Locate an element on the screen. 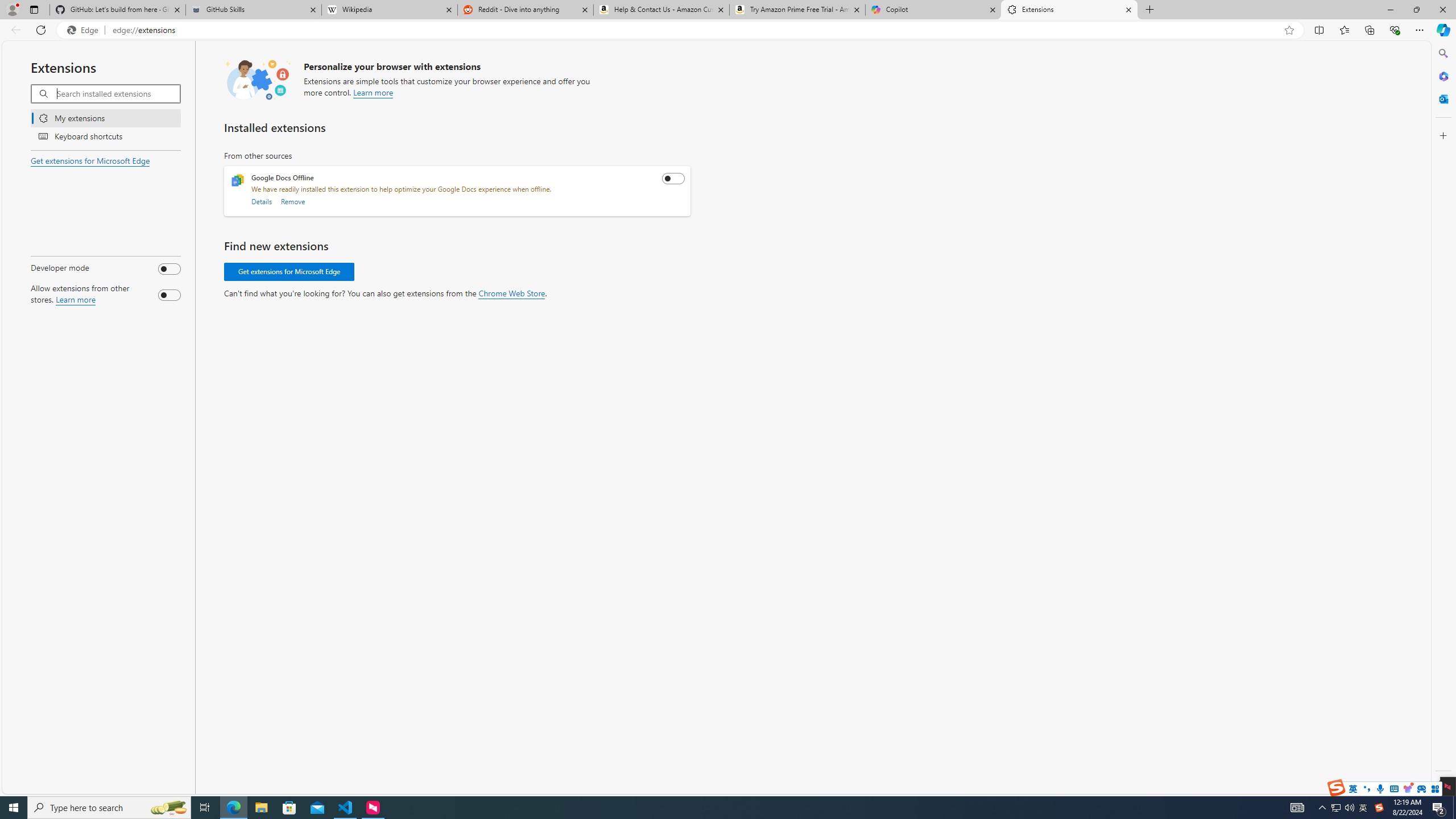 Image resolution: width=1456 pixels, height=819 pixels. 'Search installed extensions' is located at coordinates (118, 93).